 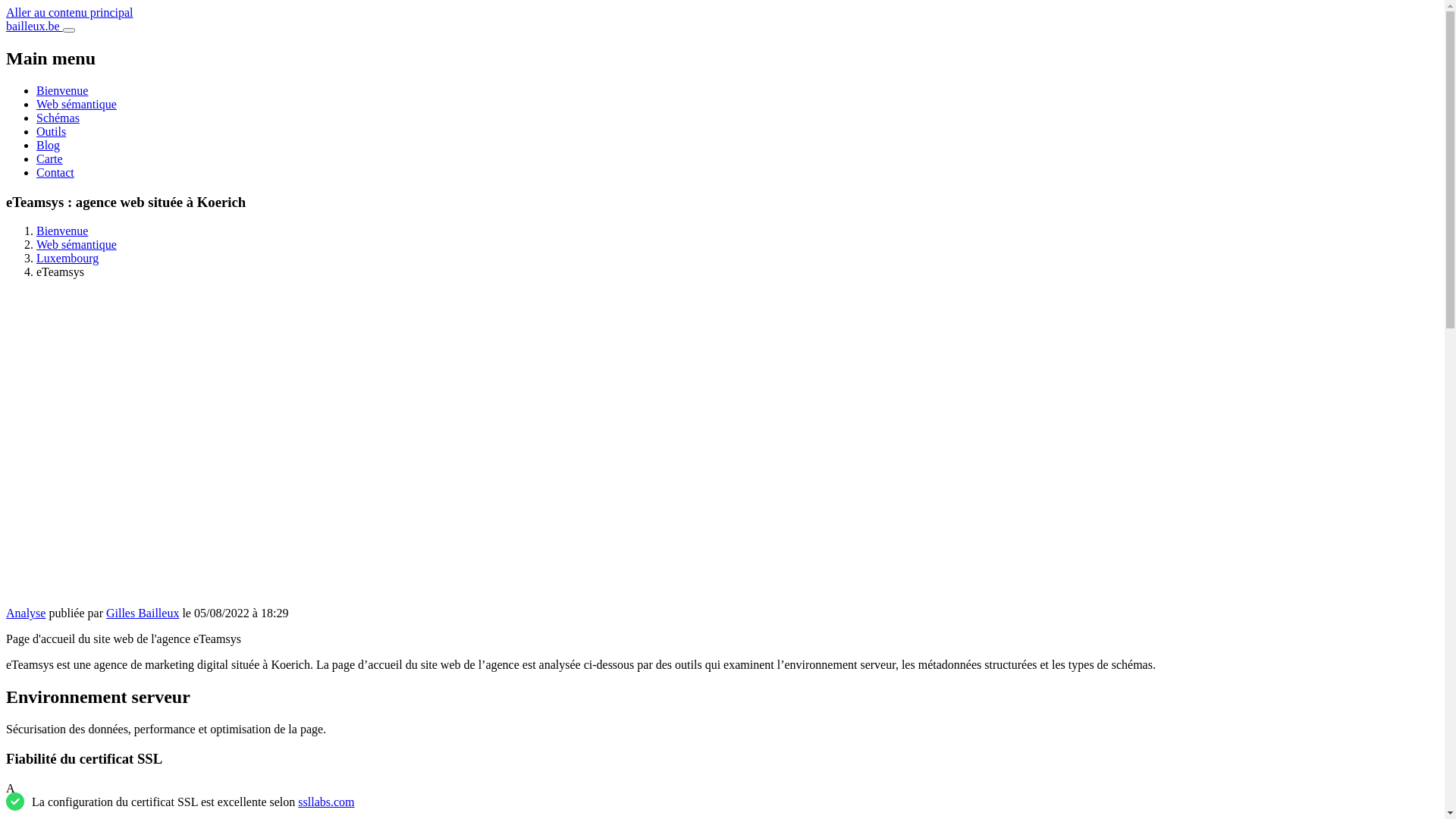 I want to click on 'Blog', so click(x=48, y=145).